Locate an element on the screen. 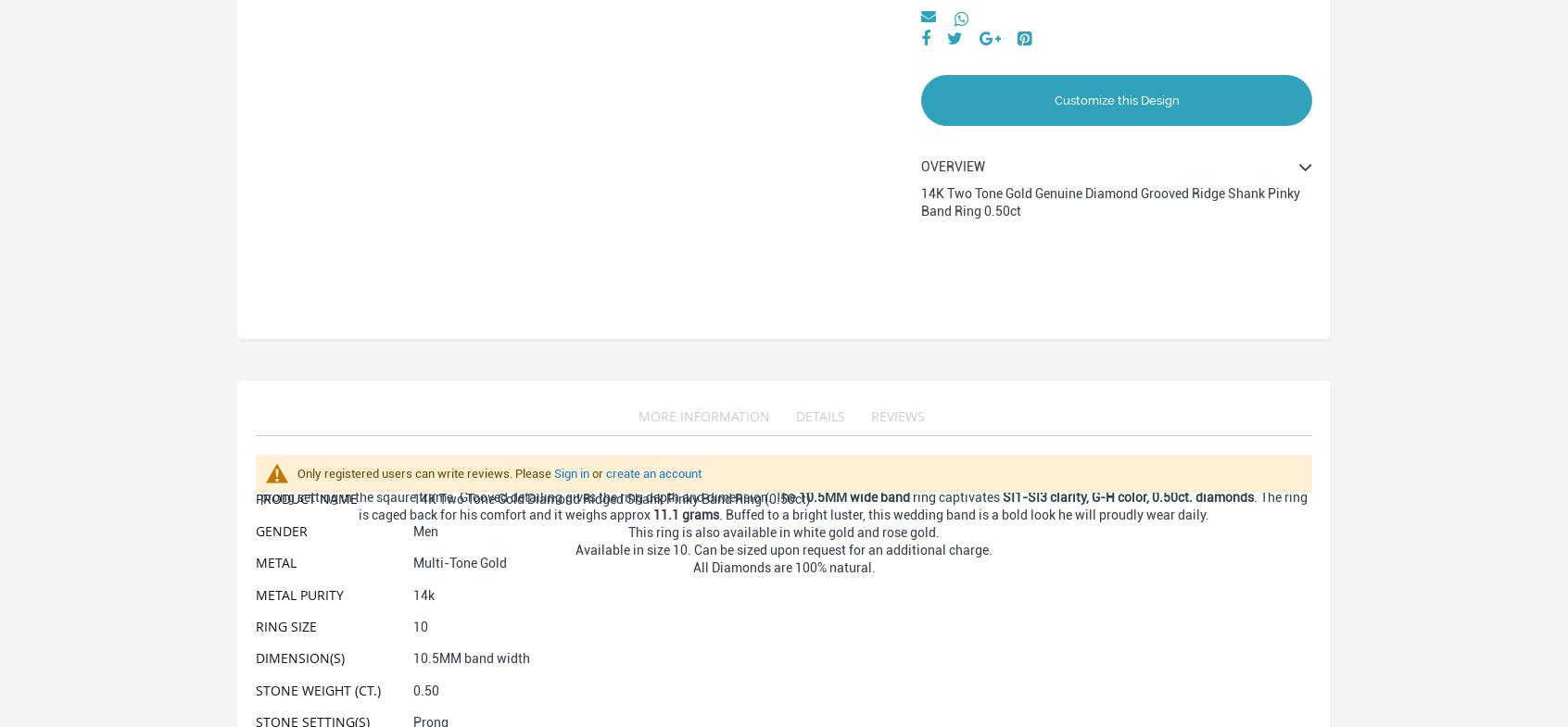 The image size is (1568, 727). 'create an account' is located at coordinates (605, 472).